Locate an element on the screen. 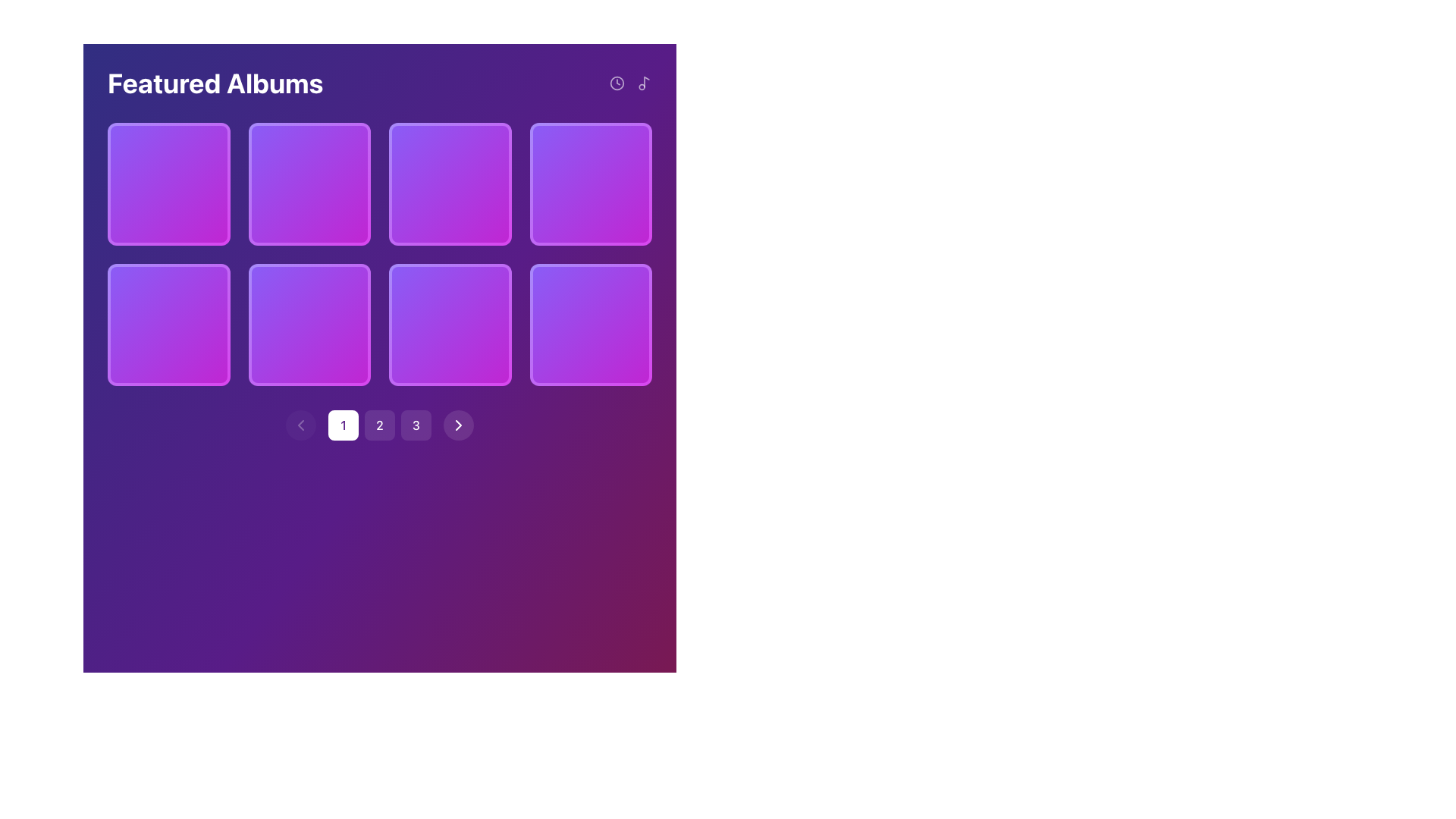 The height and width of the screenshot is (819, 1456). the center button labeled '2' in the pagination control to change its background color is located at coordinates (379, 425).